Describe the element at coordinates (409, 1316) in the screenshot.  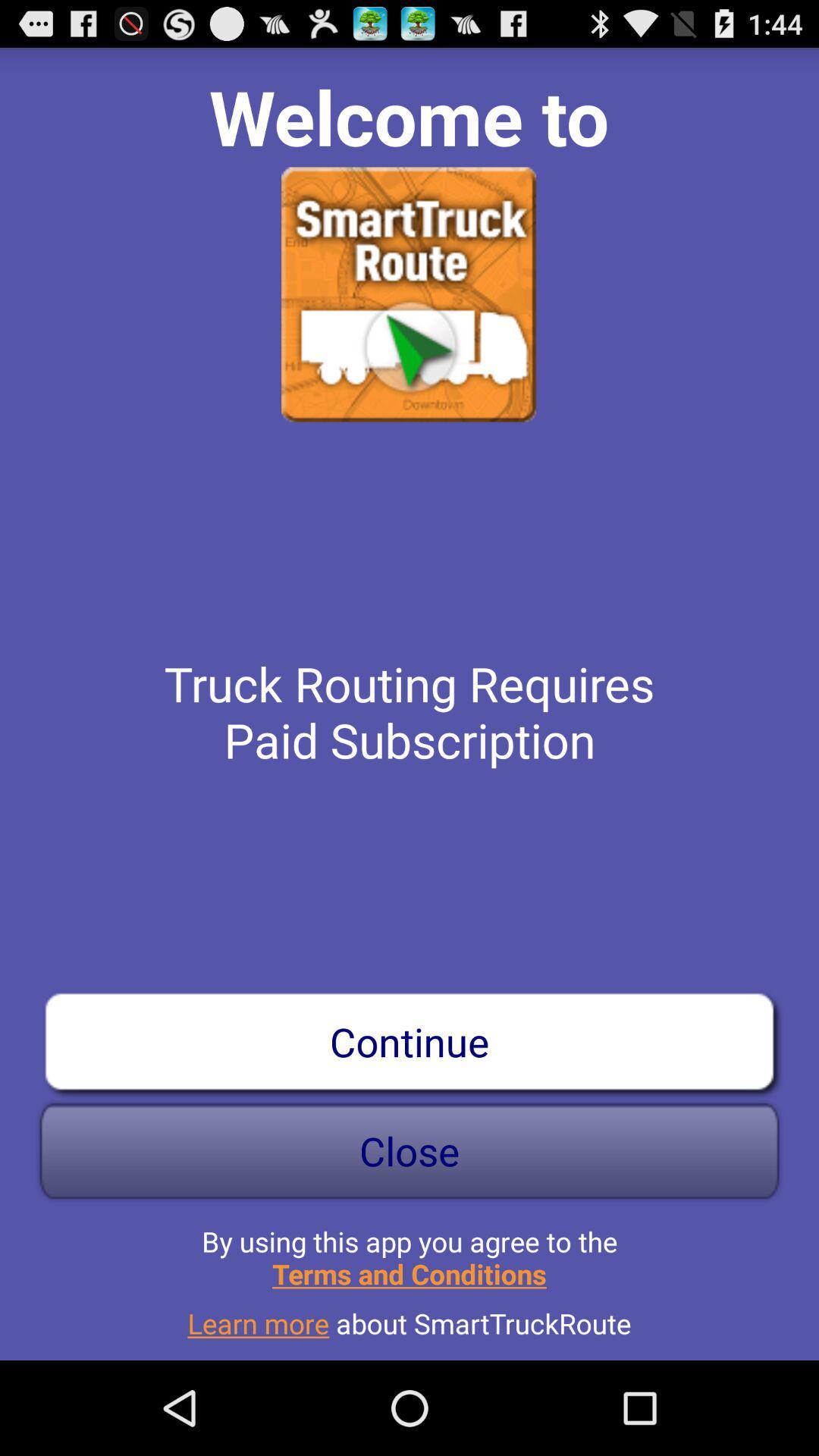
I see `the app below by using this app` at that location.